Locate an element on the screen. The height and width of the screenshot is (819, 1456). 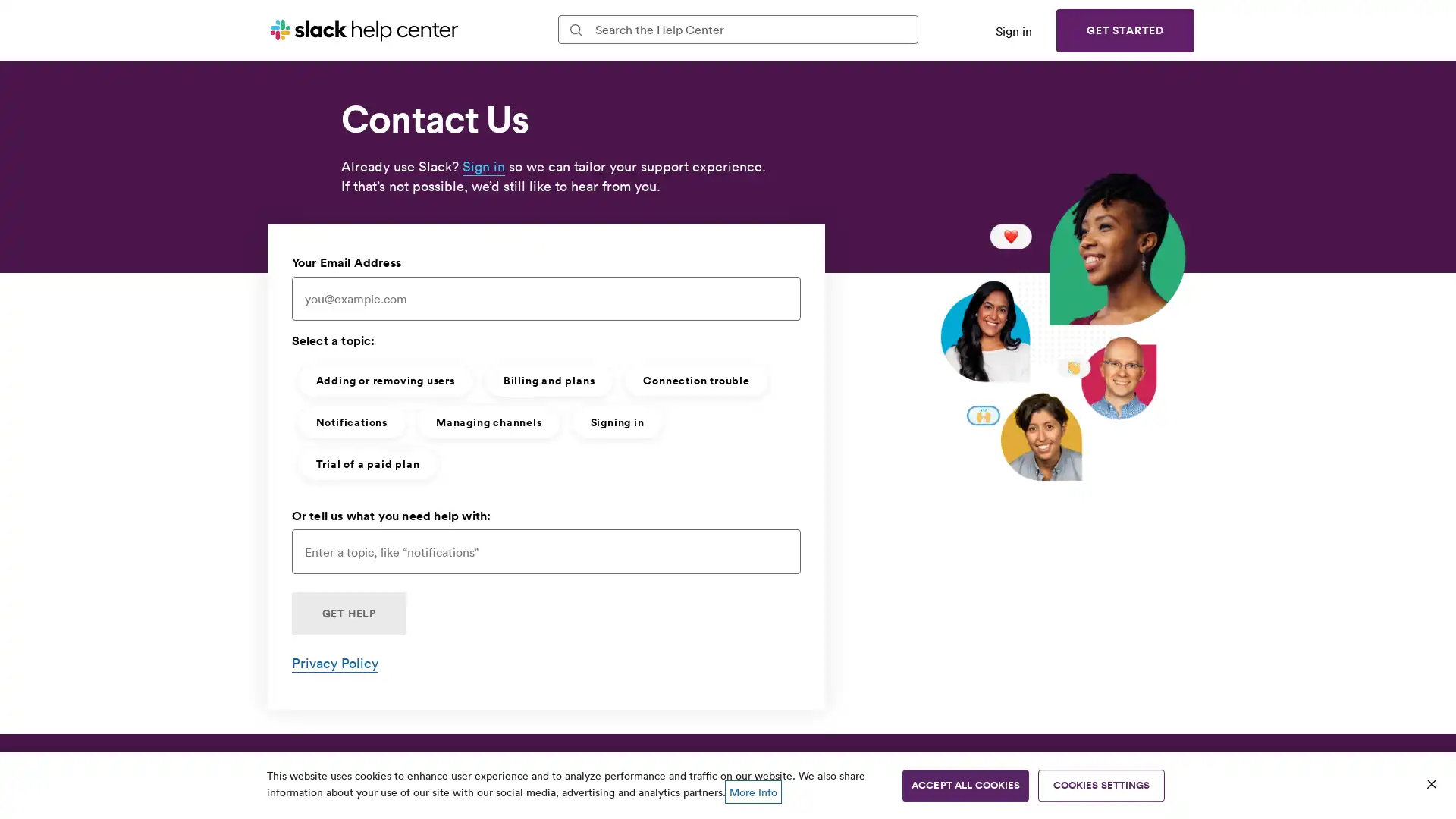
Signing in is located at coordinates (617, 421).